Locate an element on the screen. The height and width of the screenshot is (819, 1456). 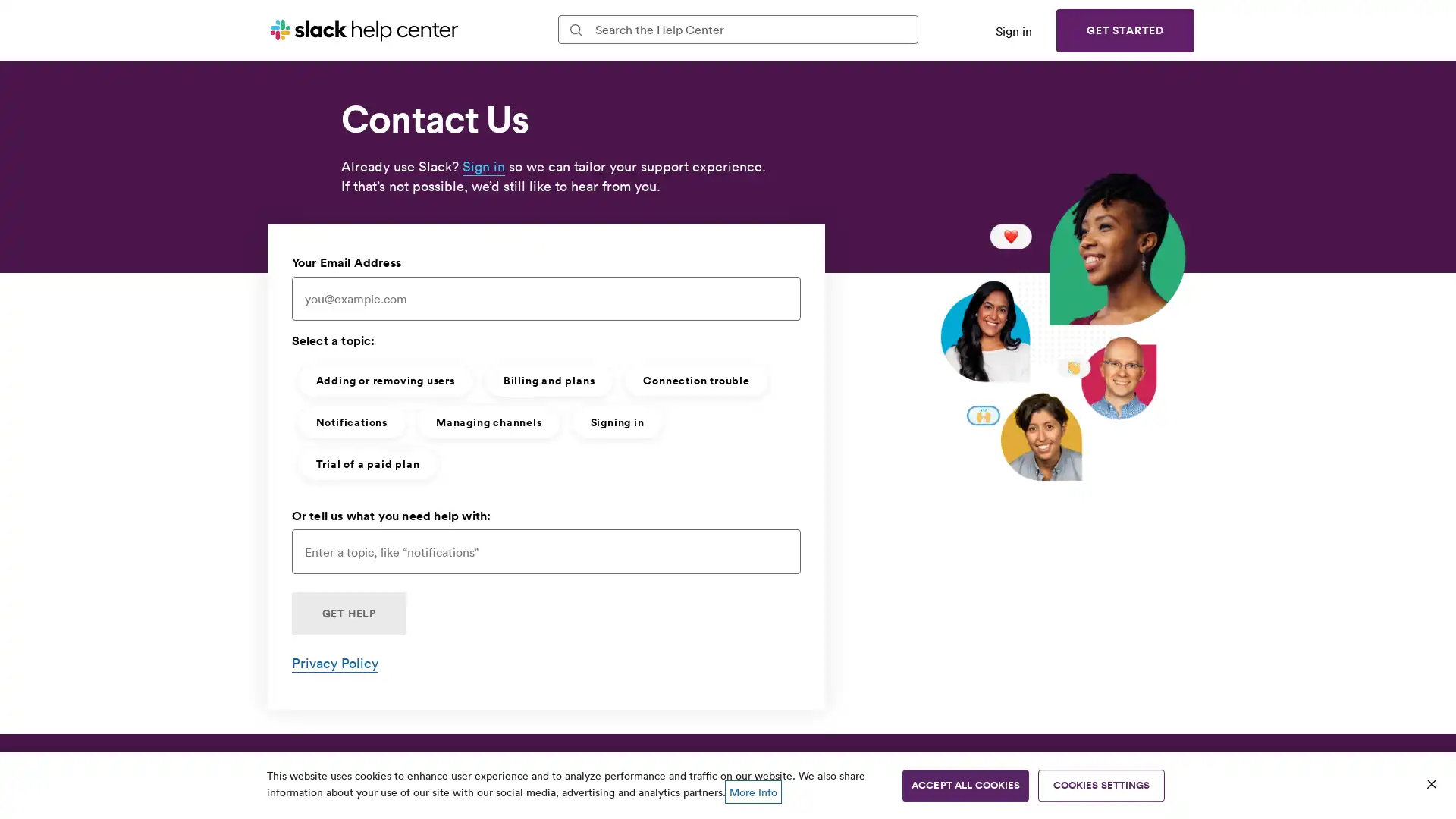
Signing in is located at coordinates (617, 421).